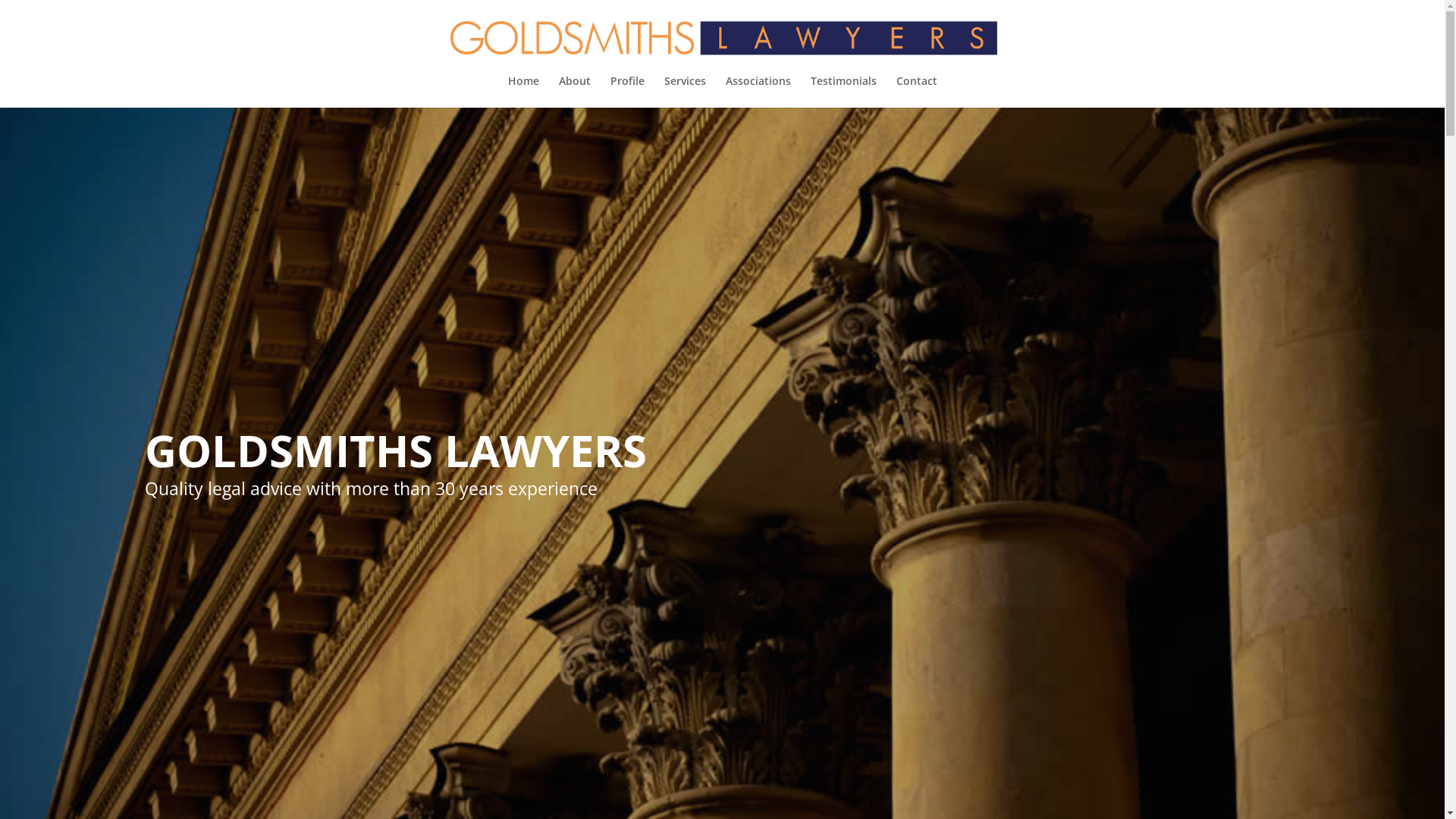 The image size is (1456, 819). Describe the element at coordinates (523, 91) in the screenshot. I see `'Home'` at that location.